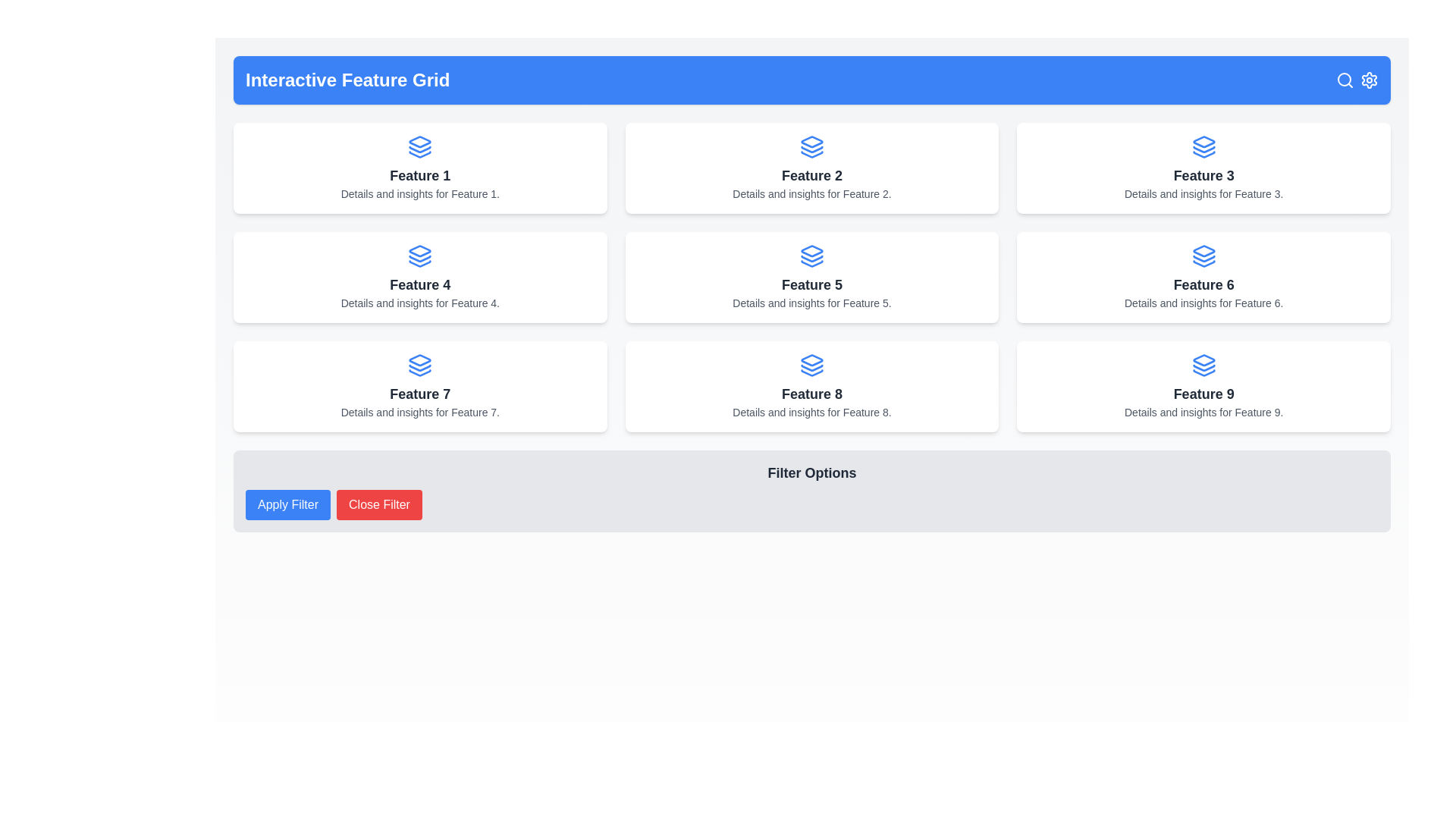 This screenshot has width=1456, height=819. Describe the element at coordinates (420, 368) in the screenshot. I see `properties of the second layer of the 'layers' icon, which is blue and located in the center of the 'Feature 7' card` at that location.